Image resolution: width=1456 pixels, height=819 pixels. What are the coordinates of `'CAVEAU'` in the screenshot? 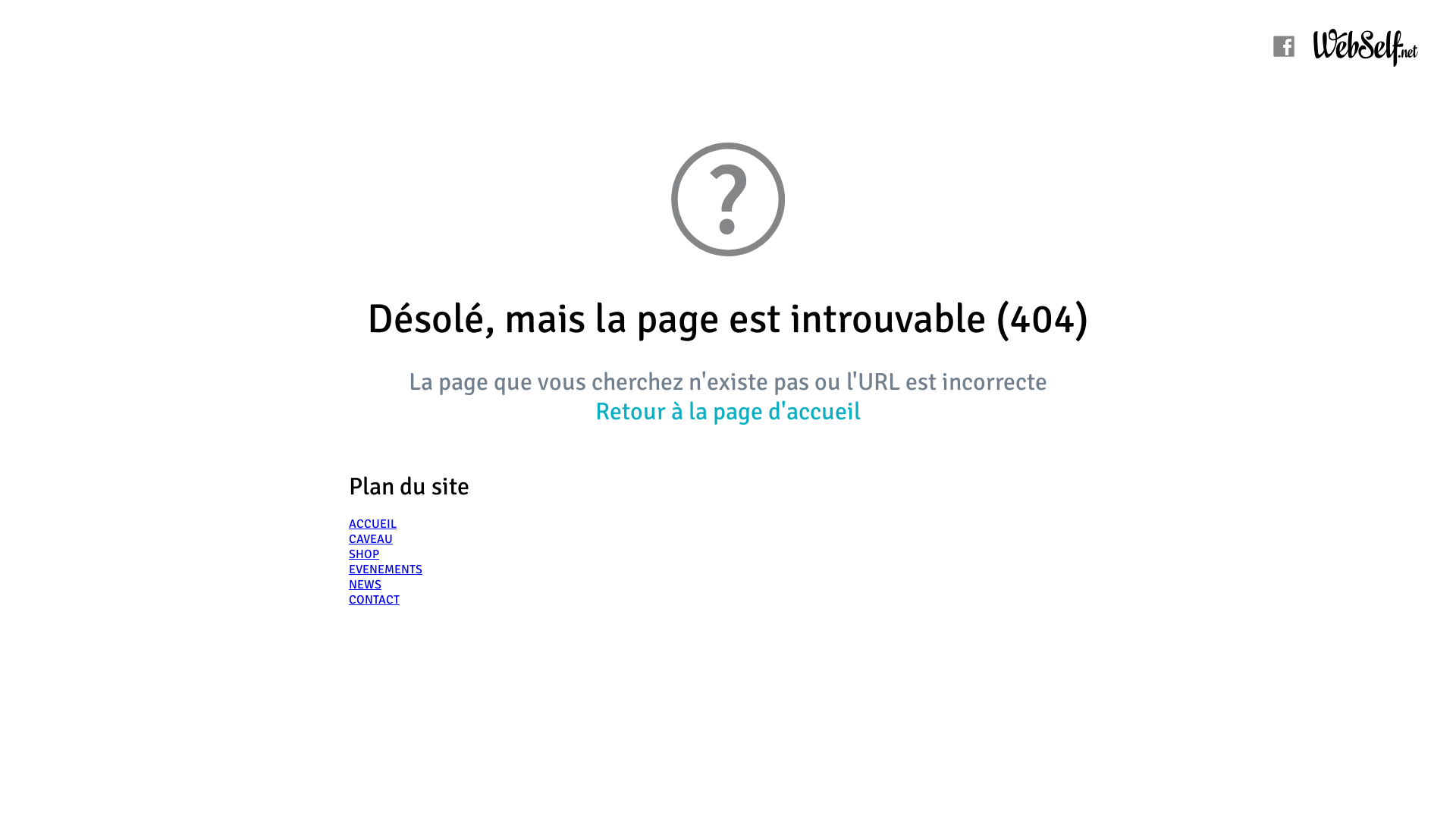 It's located at (371, 538).